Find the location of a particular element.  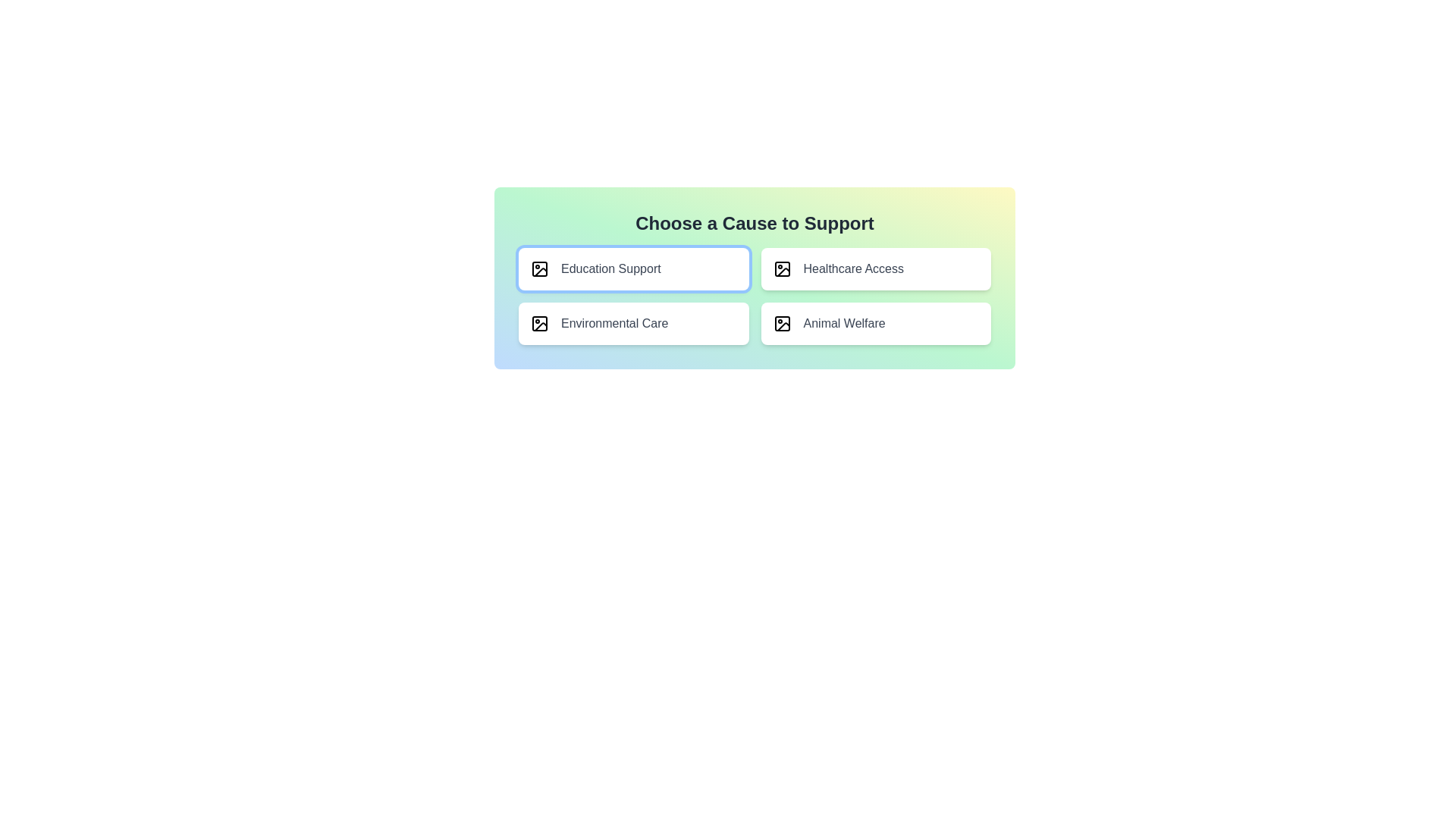

text label that says 'Animal Welfare', which is styled with a medium-sized, gray-colored font and located in the bottom-right cell of a 2x2 grid layout is located at coordinates (828, 323).